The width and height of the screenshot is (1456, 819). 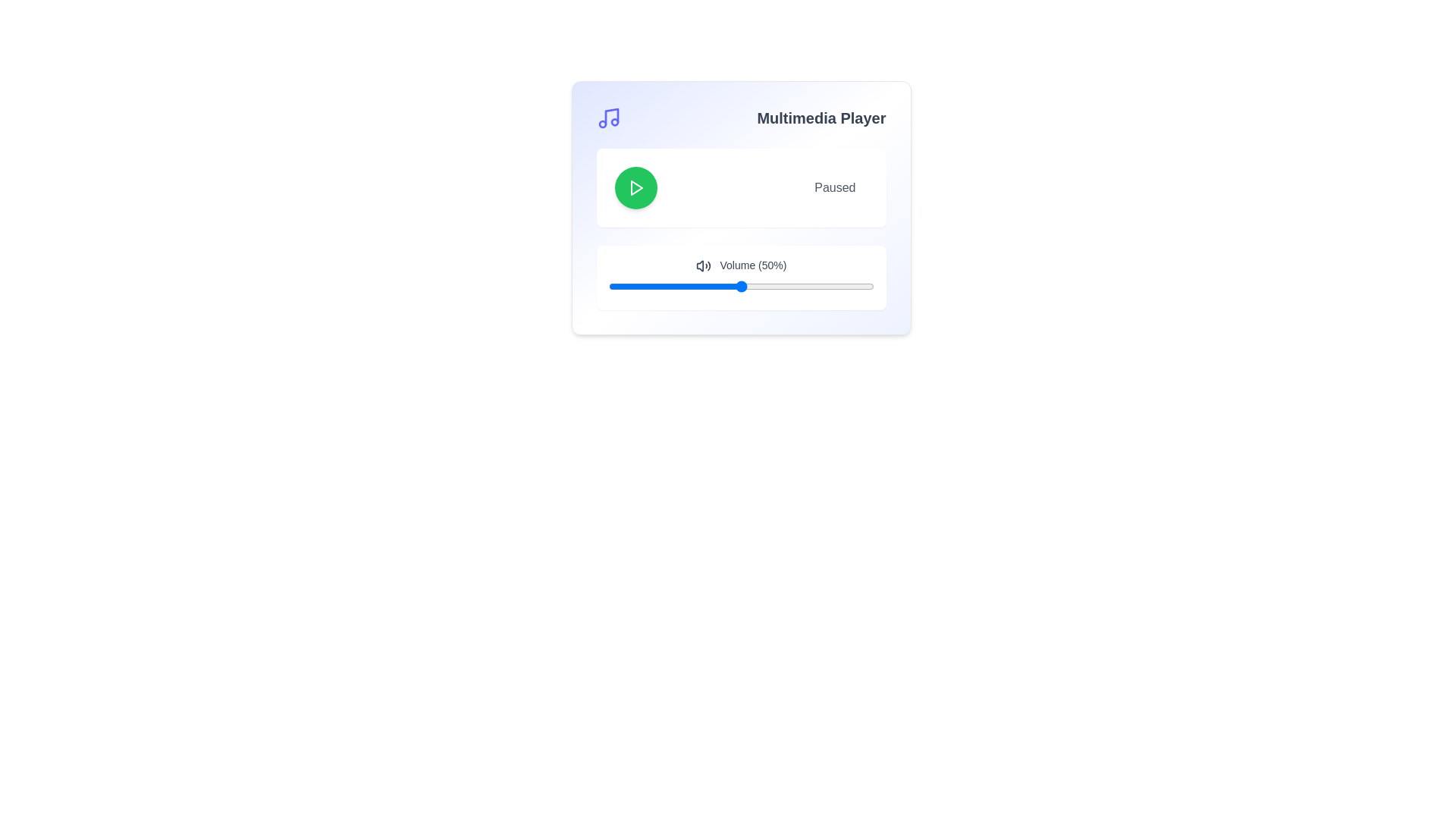 I want to click on the volume slider, so click(x=754, y=287).